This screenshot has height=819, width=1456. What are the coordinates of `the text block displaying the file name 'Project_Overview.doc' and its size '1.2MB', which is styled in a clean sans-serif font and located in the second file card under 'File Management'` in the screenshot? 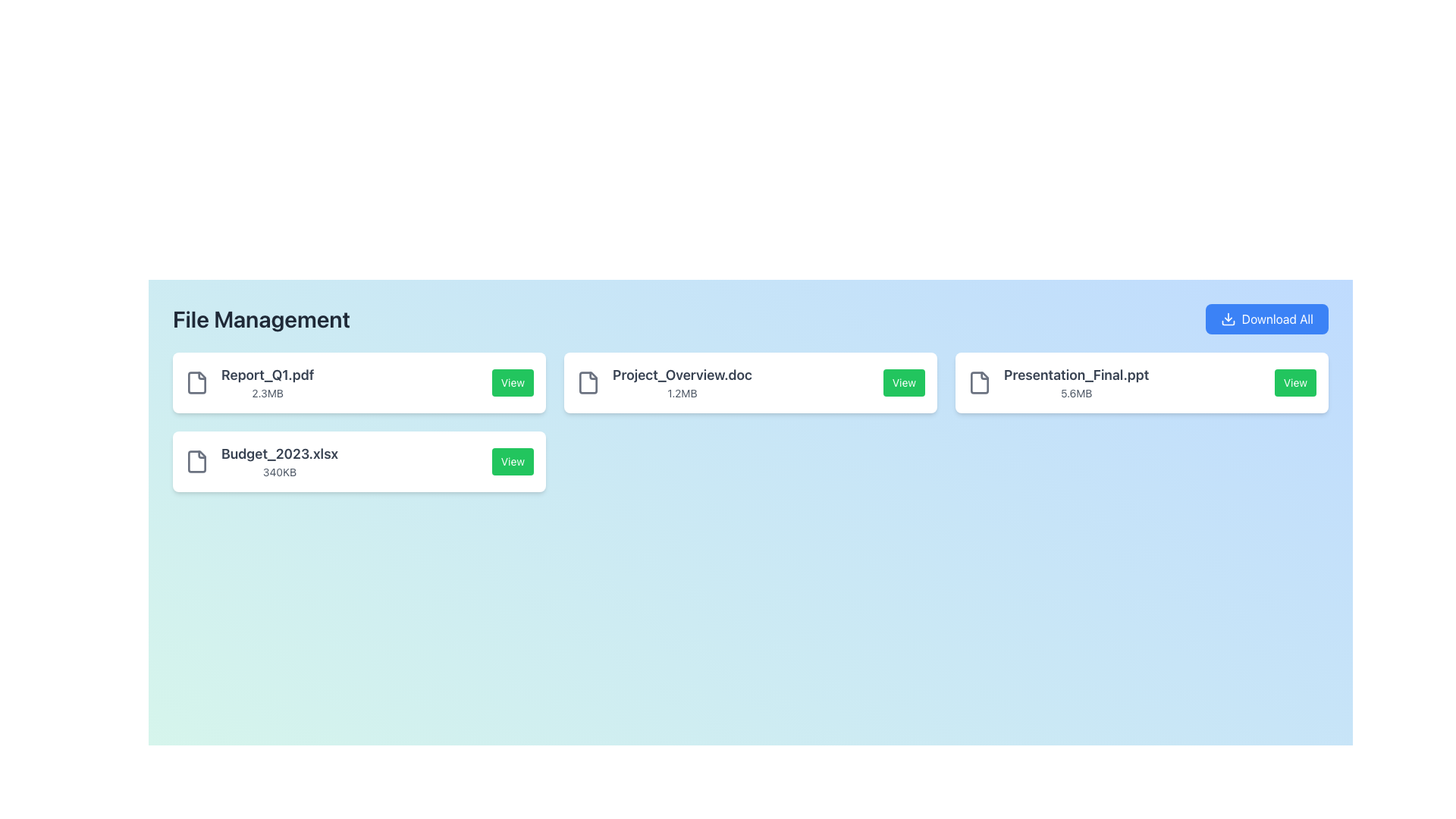 It's located at (664, 382).